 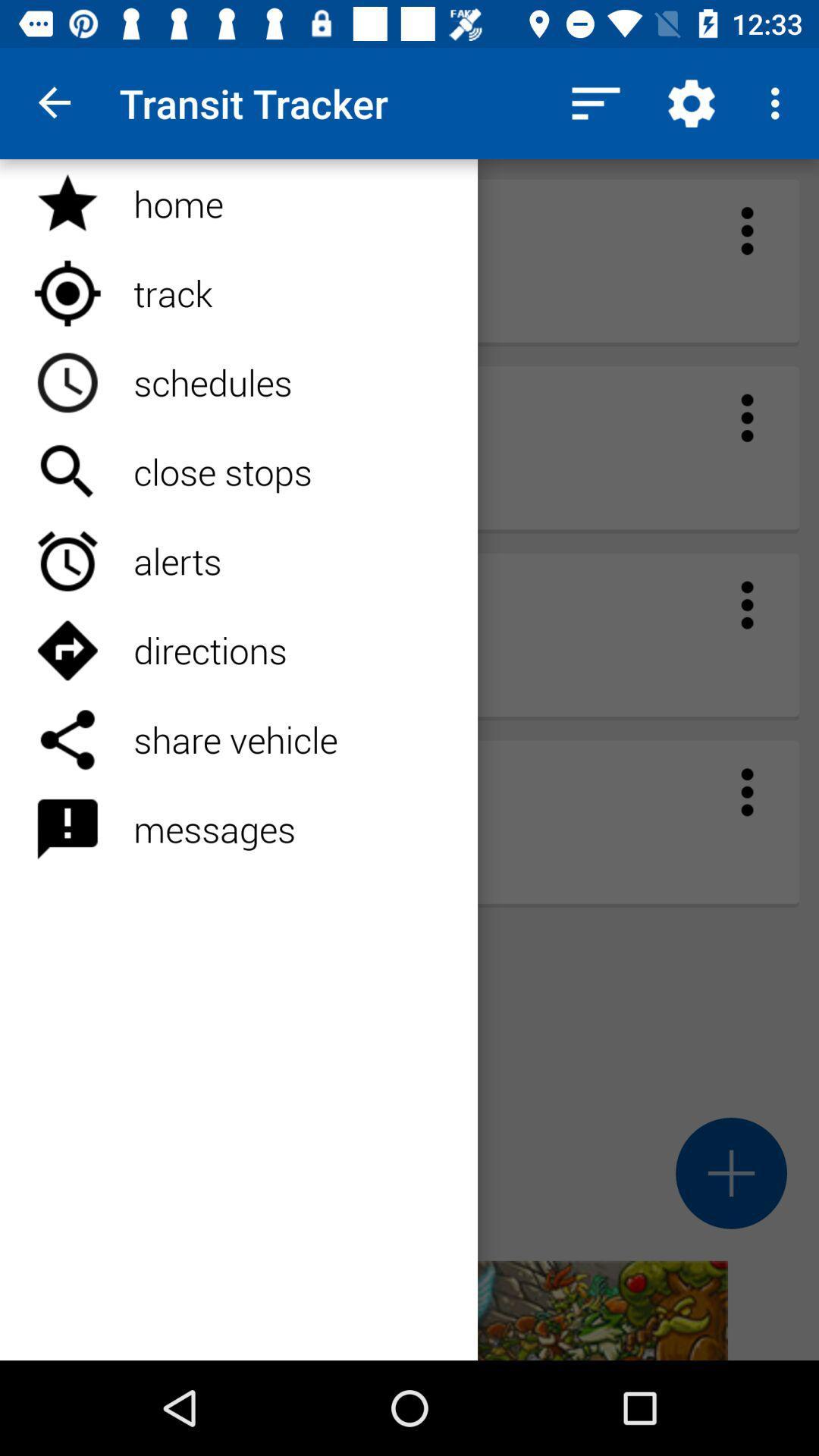 What do you see at coordinates (730, 1172) in the screenshot?
I see `the add icon` at bounding box center [730, 1172].